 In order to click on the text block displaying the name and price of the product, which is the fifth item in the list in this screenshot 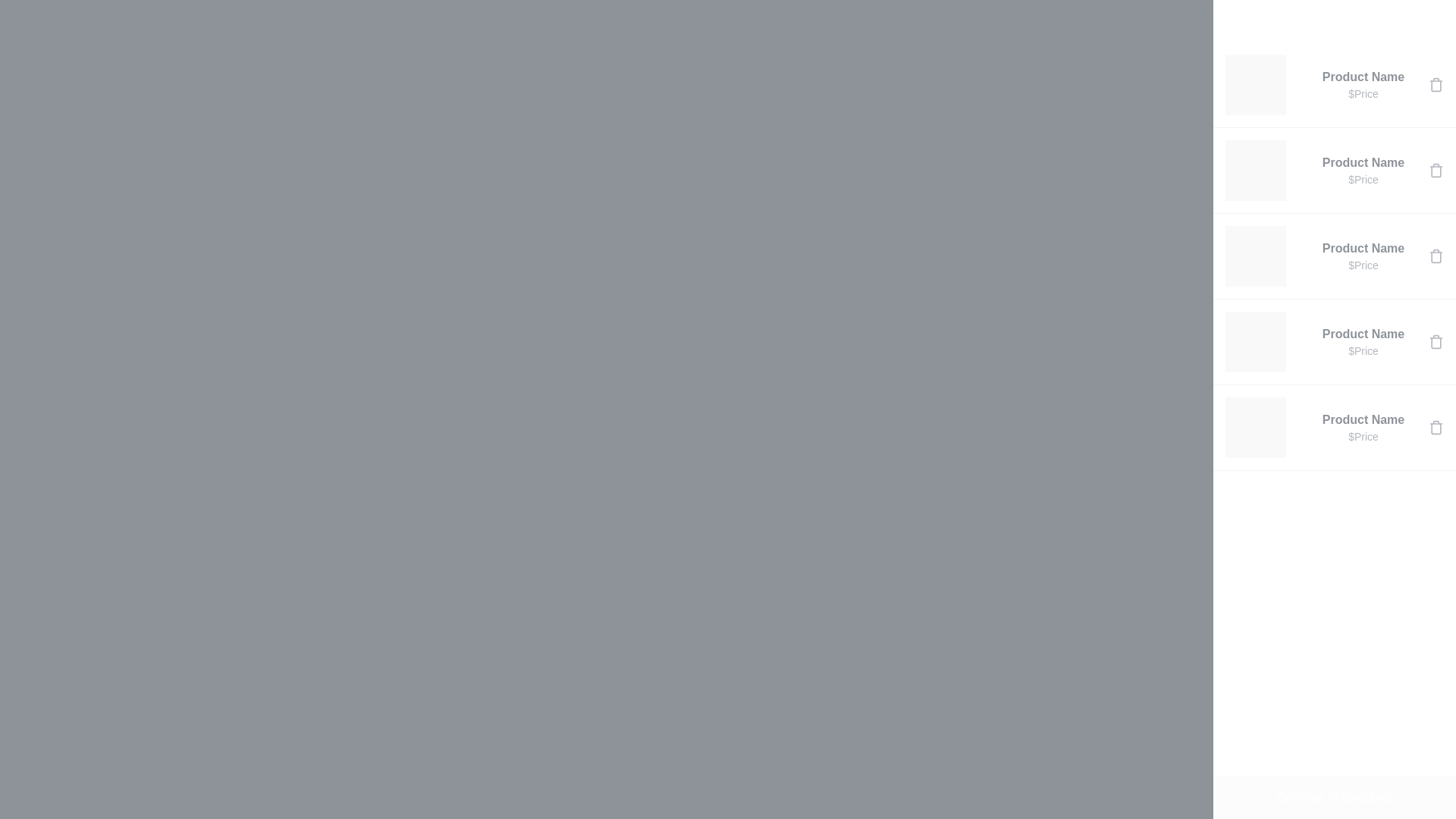, I will do `click(1363, 427)`.